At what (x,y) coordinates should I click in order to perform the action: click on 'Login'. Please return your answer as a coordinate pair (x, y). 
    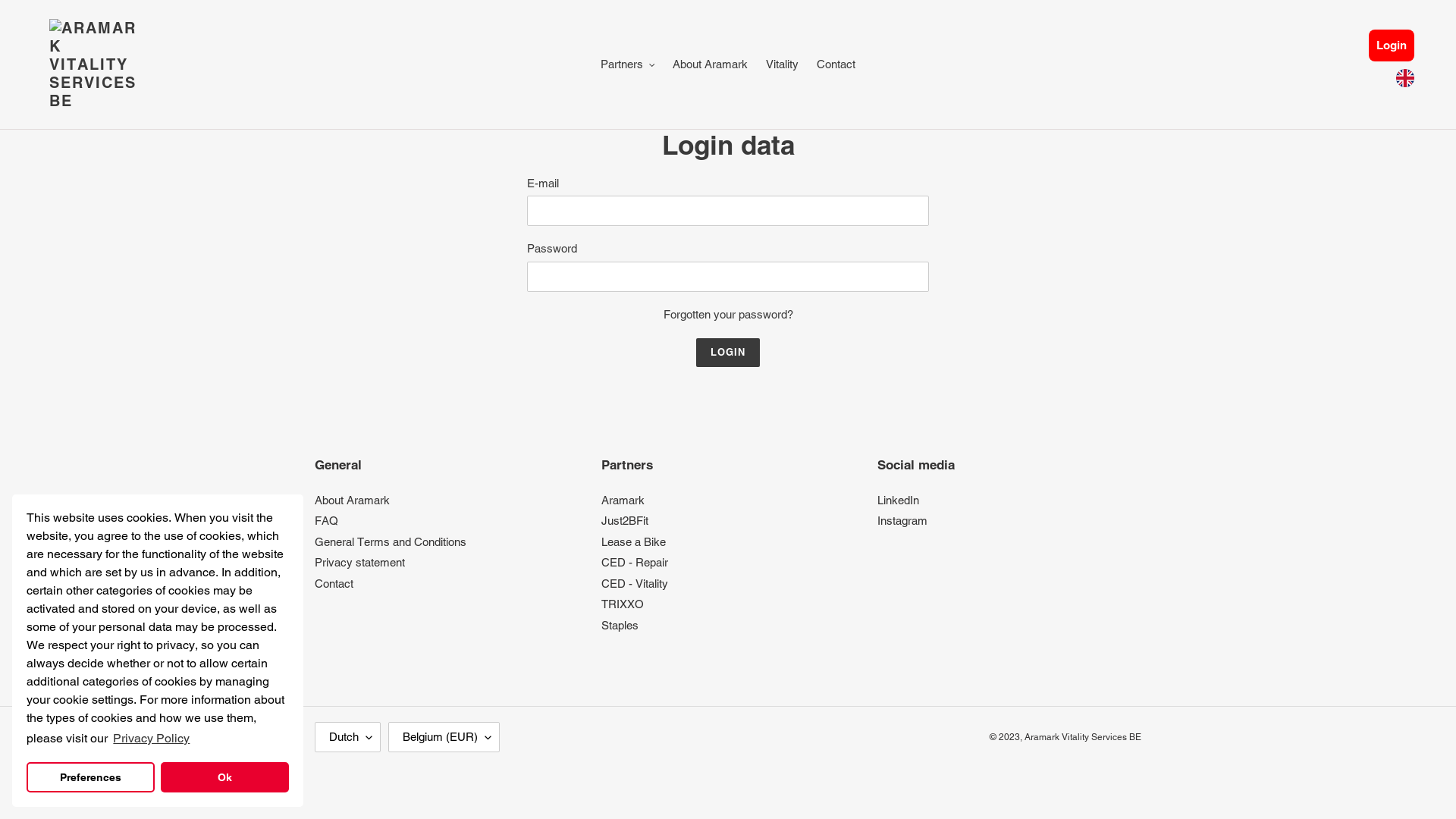
    Looking at the image, I should click on (728, 353).